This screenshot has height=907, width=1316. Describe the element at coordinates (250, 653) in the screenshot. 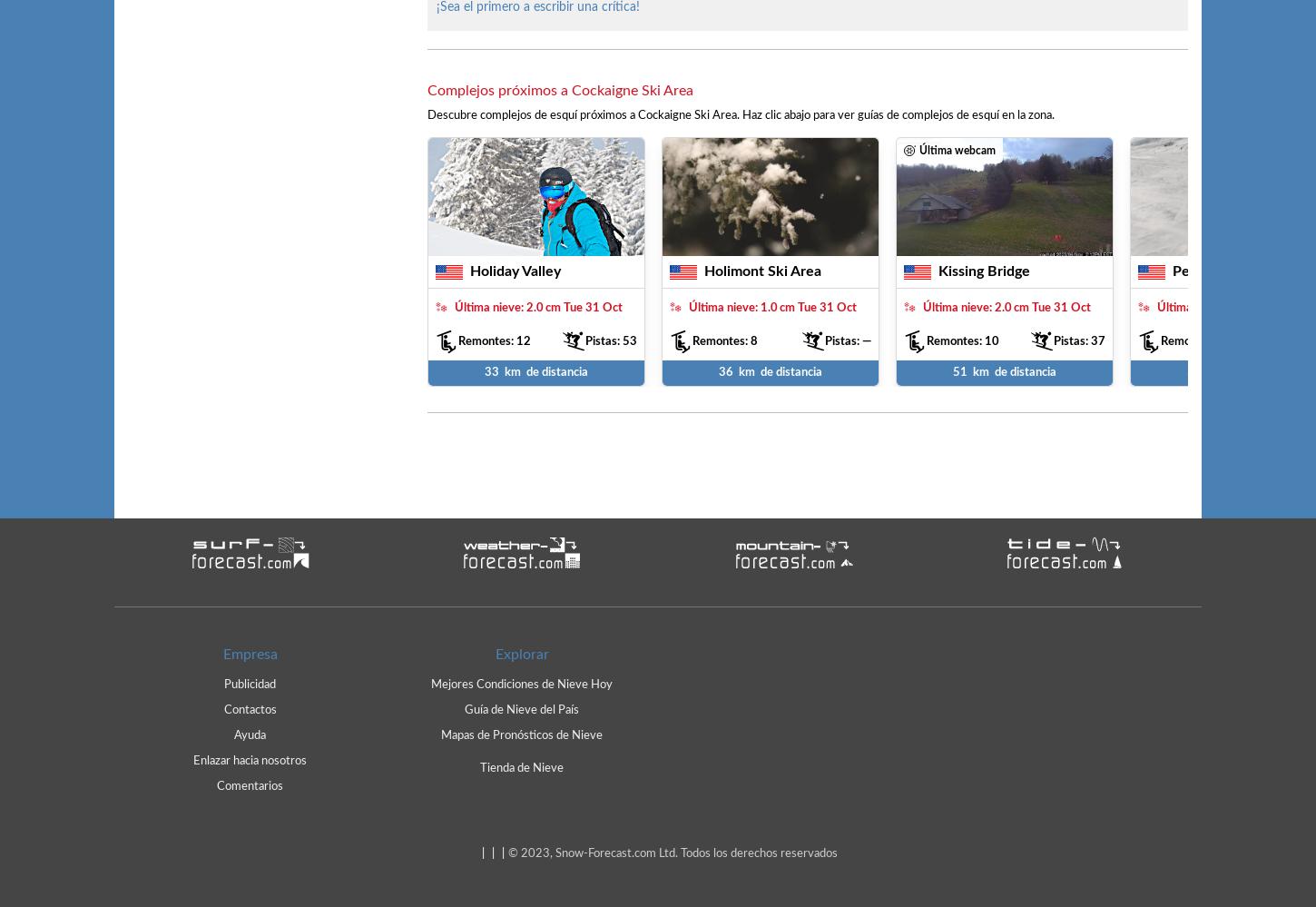

I see `'Empresa'` at that location.